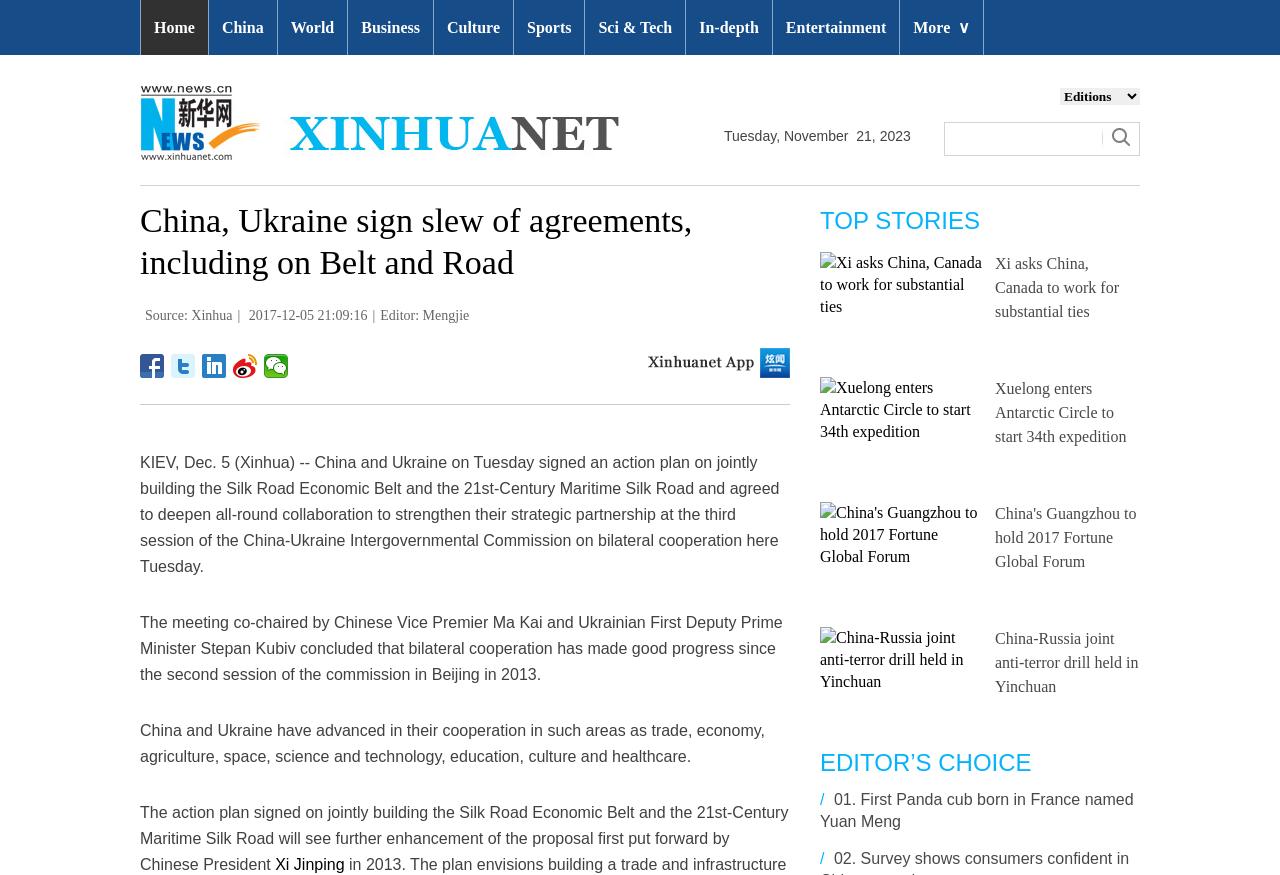 The width and height of the screenshot is (1280, 875). What do you see at coordinates (924, 761) in the screenshot?
I see `'EDITOR’S CHOICE'` at bounding box center [924, 761].